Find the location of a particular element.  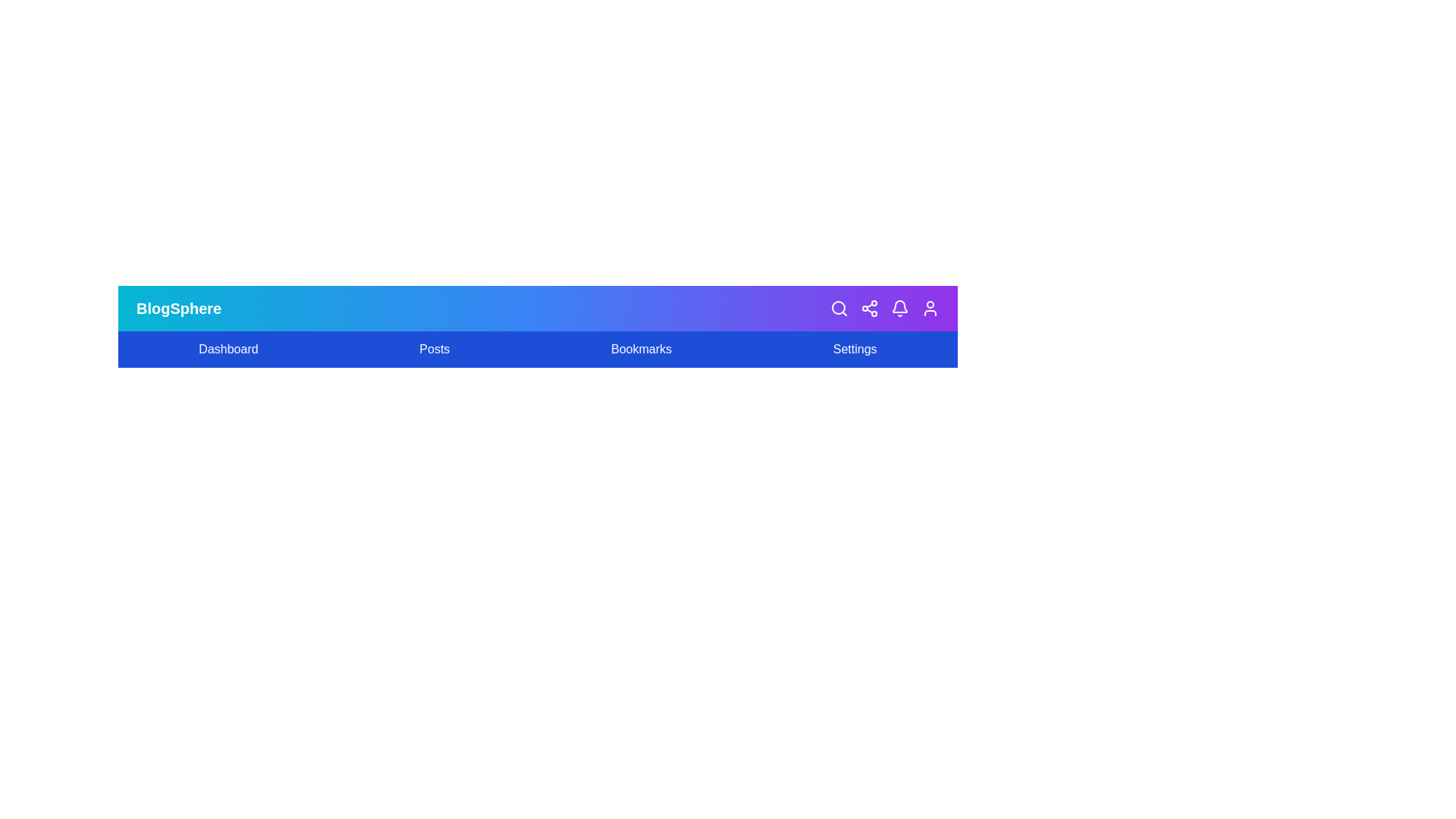

the notification bell icon to view notifications is located at coordinates (899, 308).